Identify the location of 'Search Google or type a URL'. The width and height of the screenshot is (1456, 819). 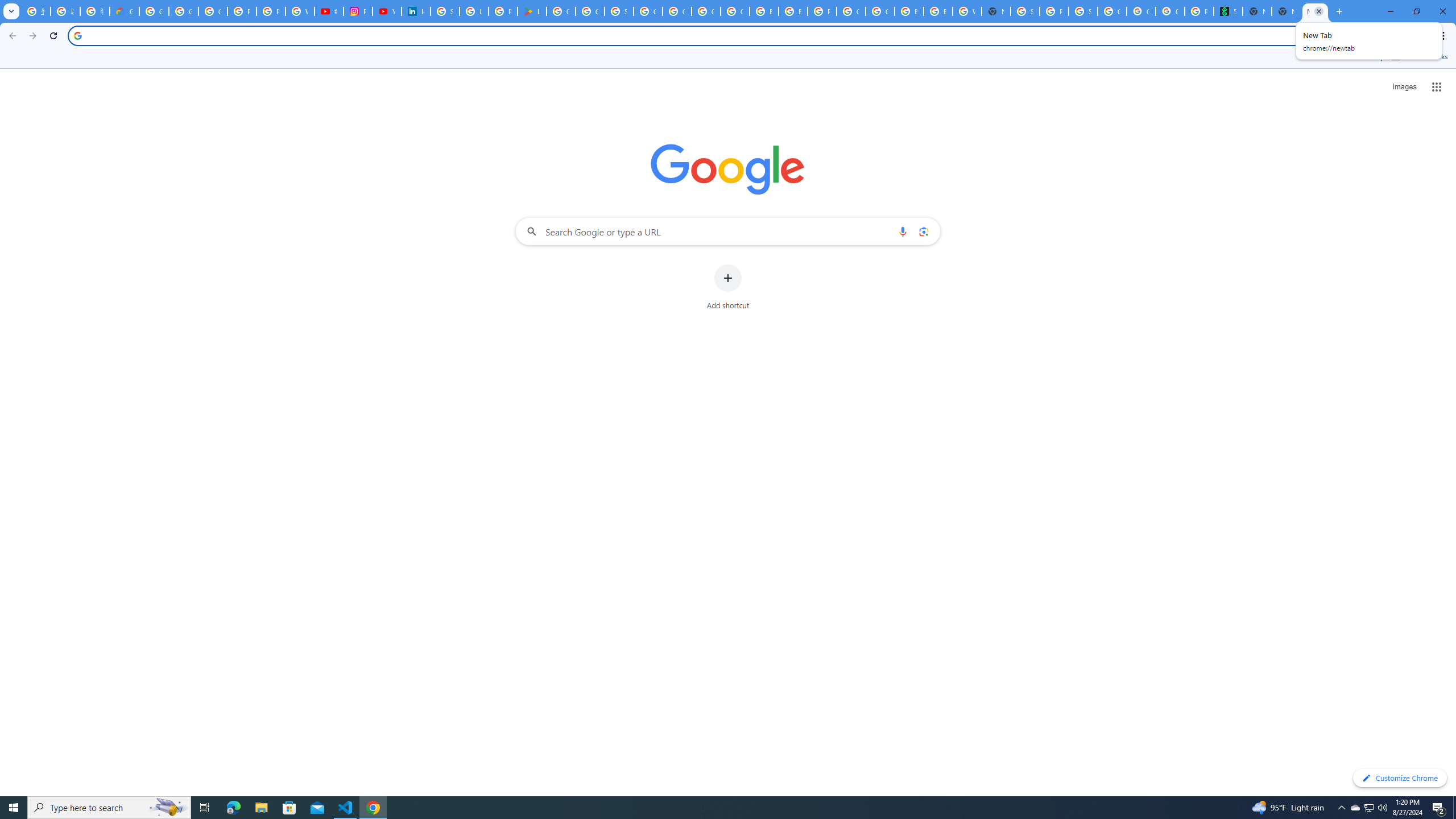
(728, 230).